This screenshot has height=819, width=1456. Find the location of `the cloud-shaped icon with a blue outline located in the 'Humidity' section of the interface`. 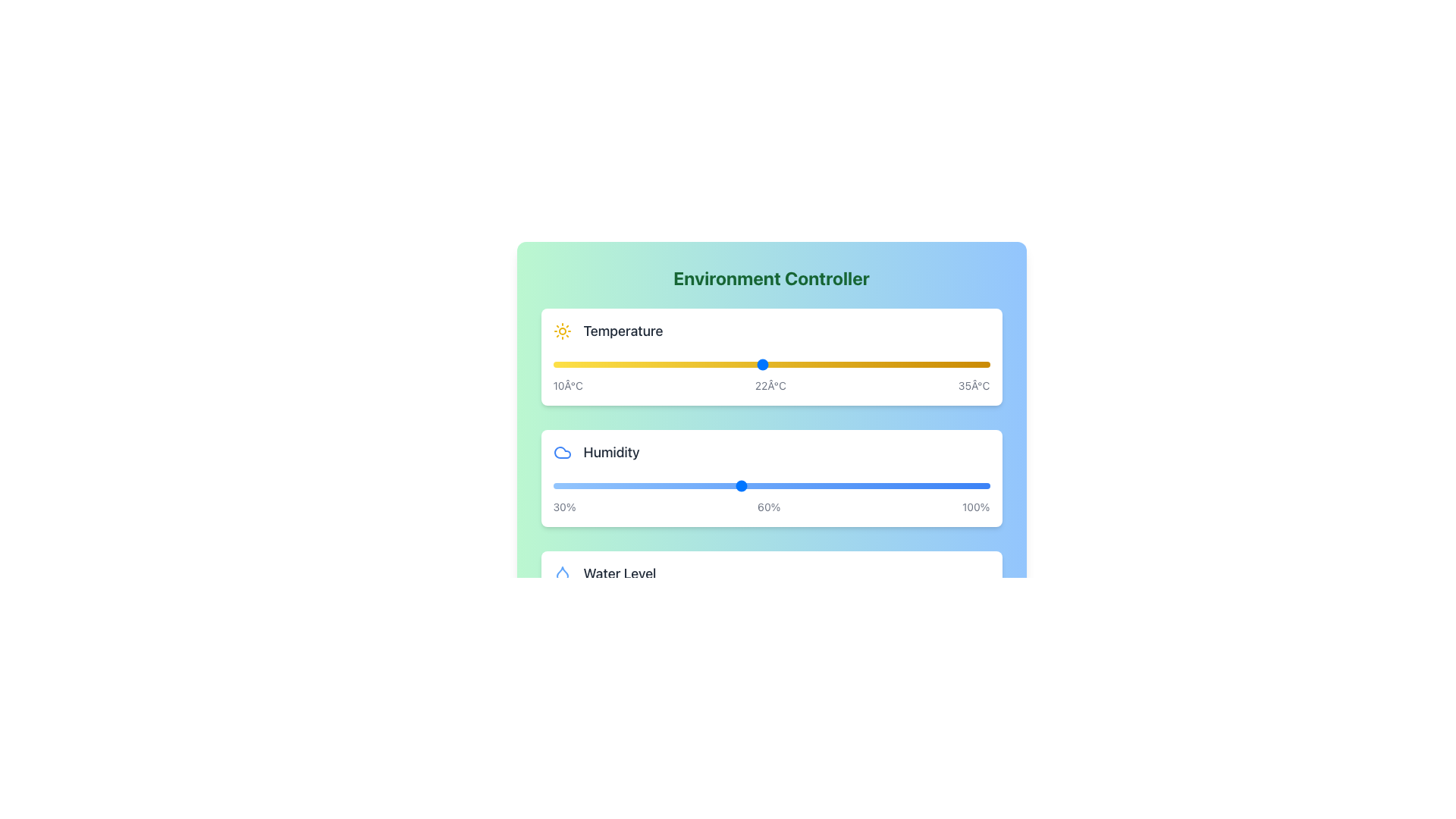

the cloud-shaped icon with a blue outline located in the 'Humidity' section of the interface is located at coordinates (561, 452).